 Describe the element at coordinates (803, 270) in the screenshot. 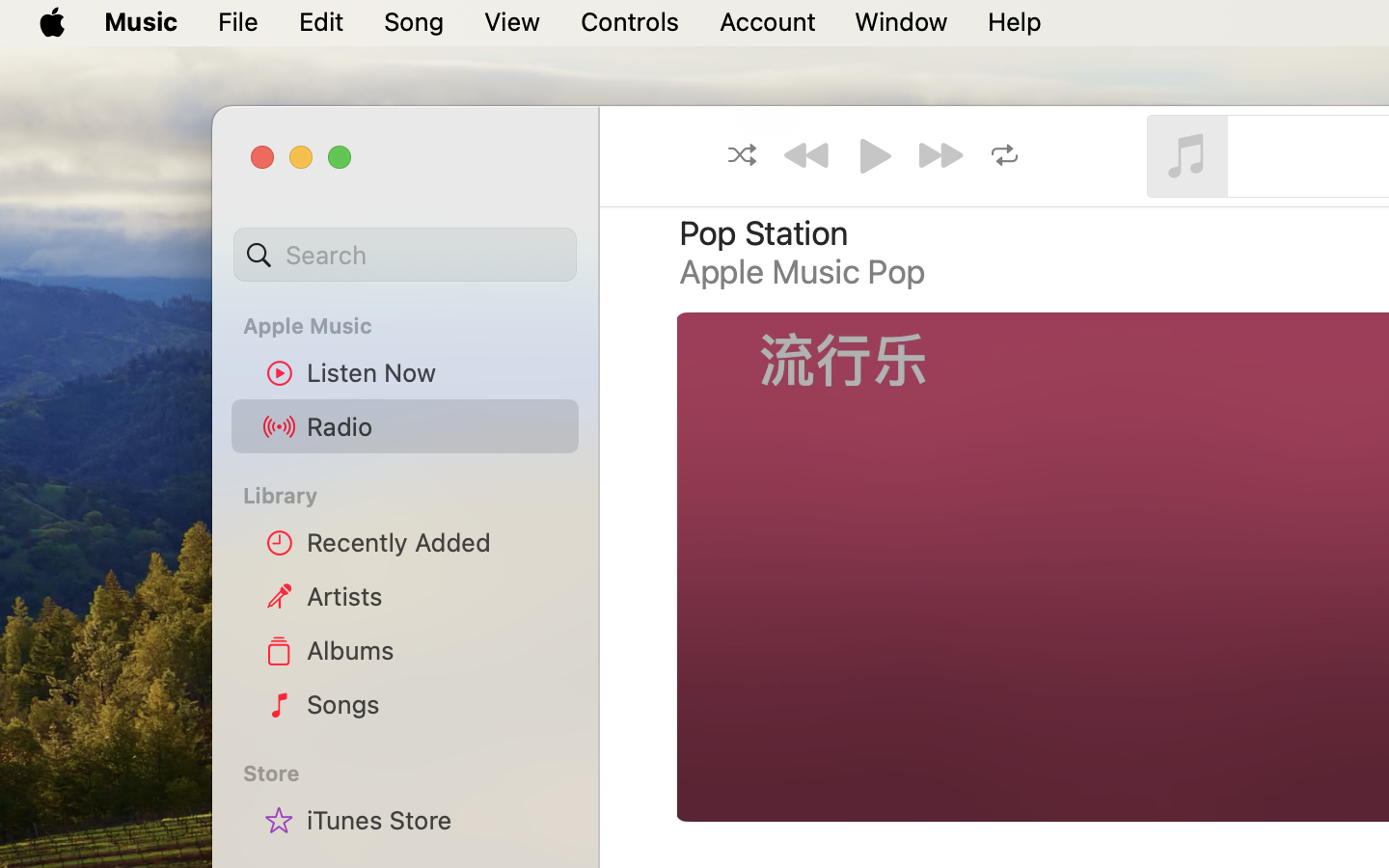

I see `'Apple Music Pop'` at that location.